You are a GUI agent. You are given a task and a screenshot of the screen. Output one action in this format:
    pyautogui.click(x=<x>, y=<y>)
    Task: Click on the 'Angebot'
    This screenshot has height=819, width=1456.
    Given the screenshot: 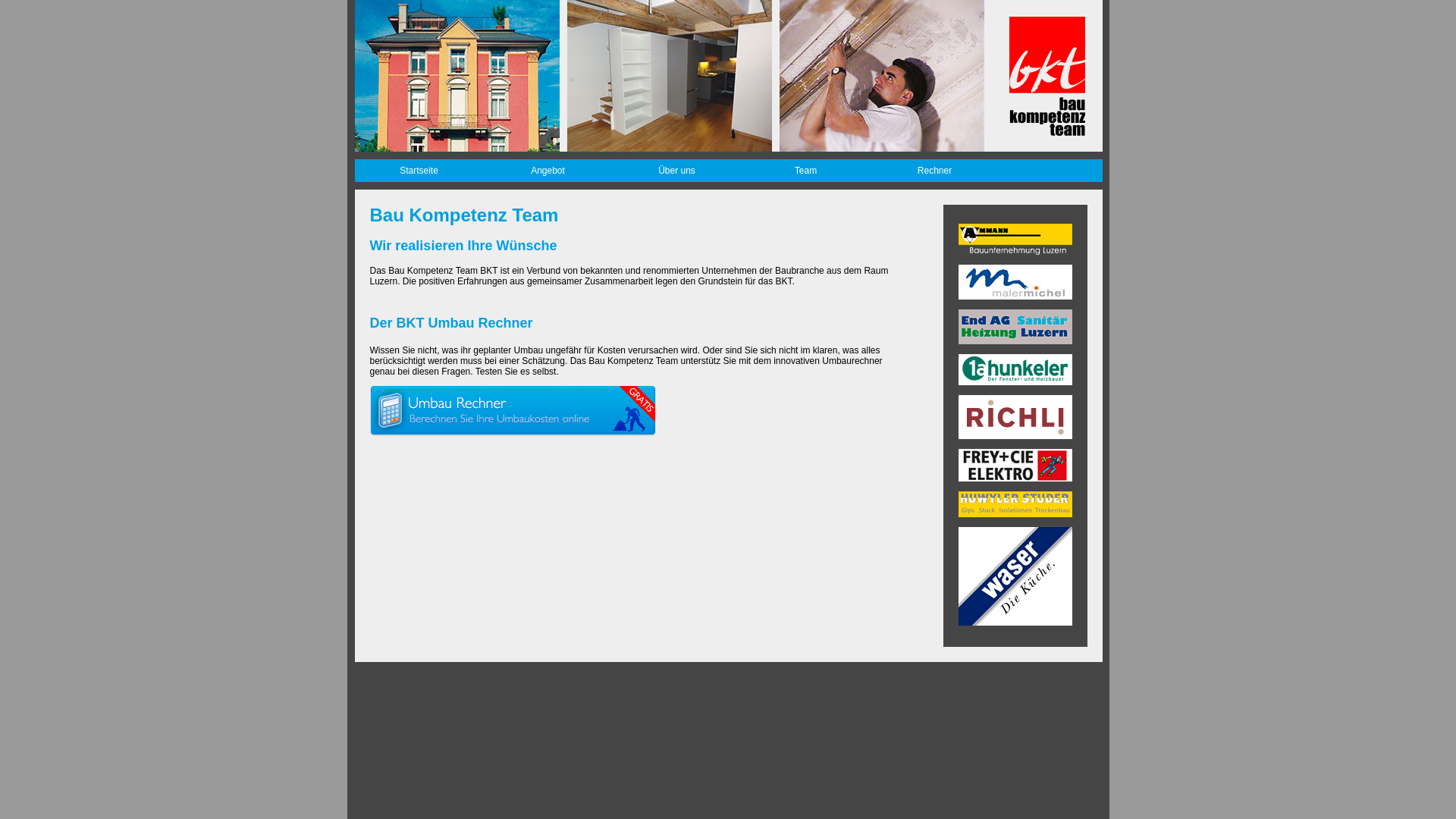 What is the action you would take?
    pyautogui.click(x=548, y=170)
    